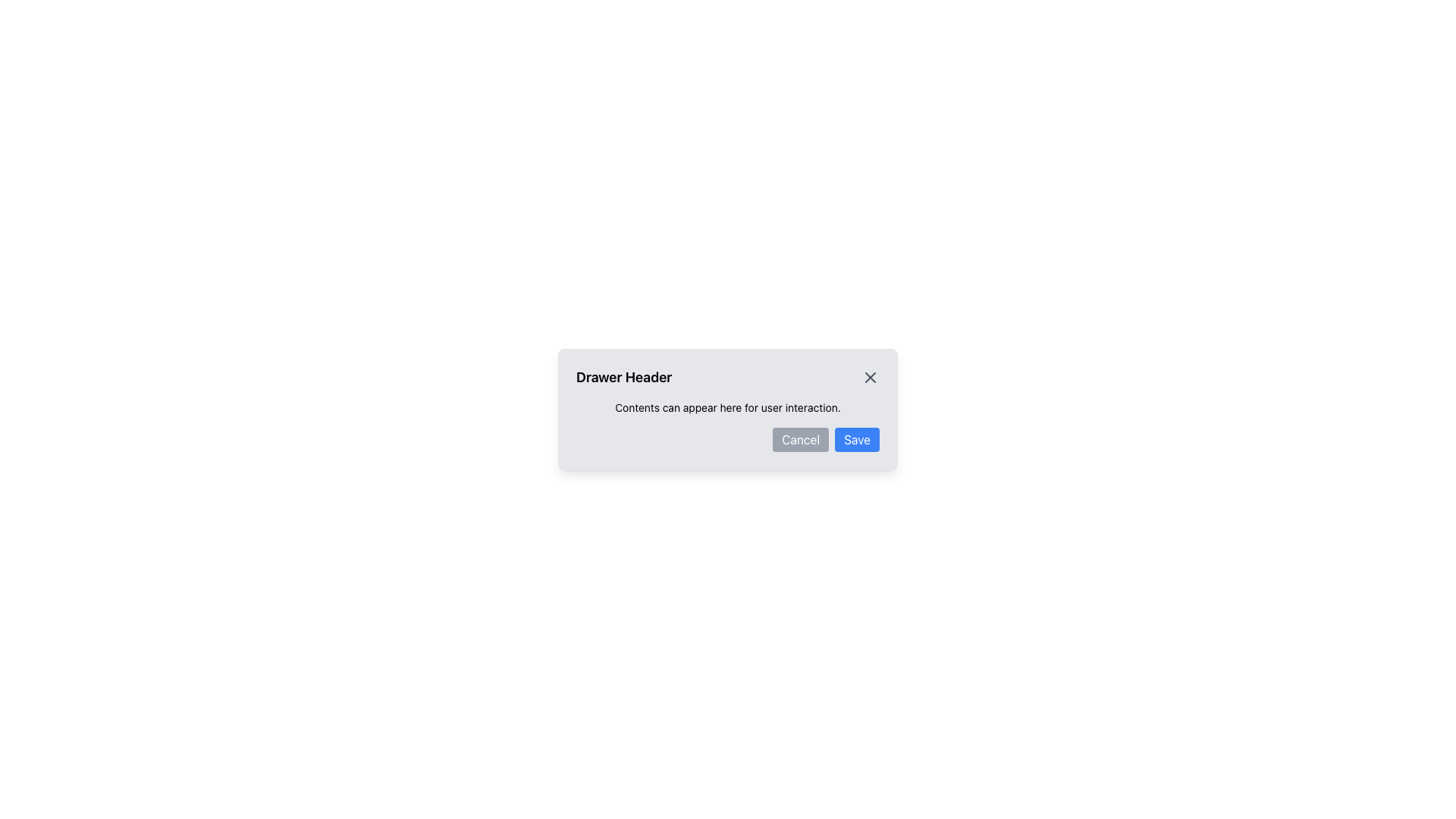 This screenshot has width=1456, height=819. I want to click on the close button represented by a grayish 'X' symbol located at the top-right corner of the 'Drawer Header' section, so click(870, 376).